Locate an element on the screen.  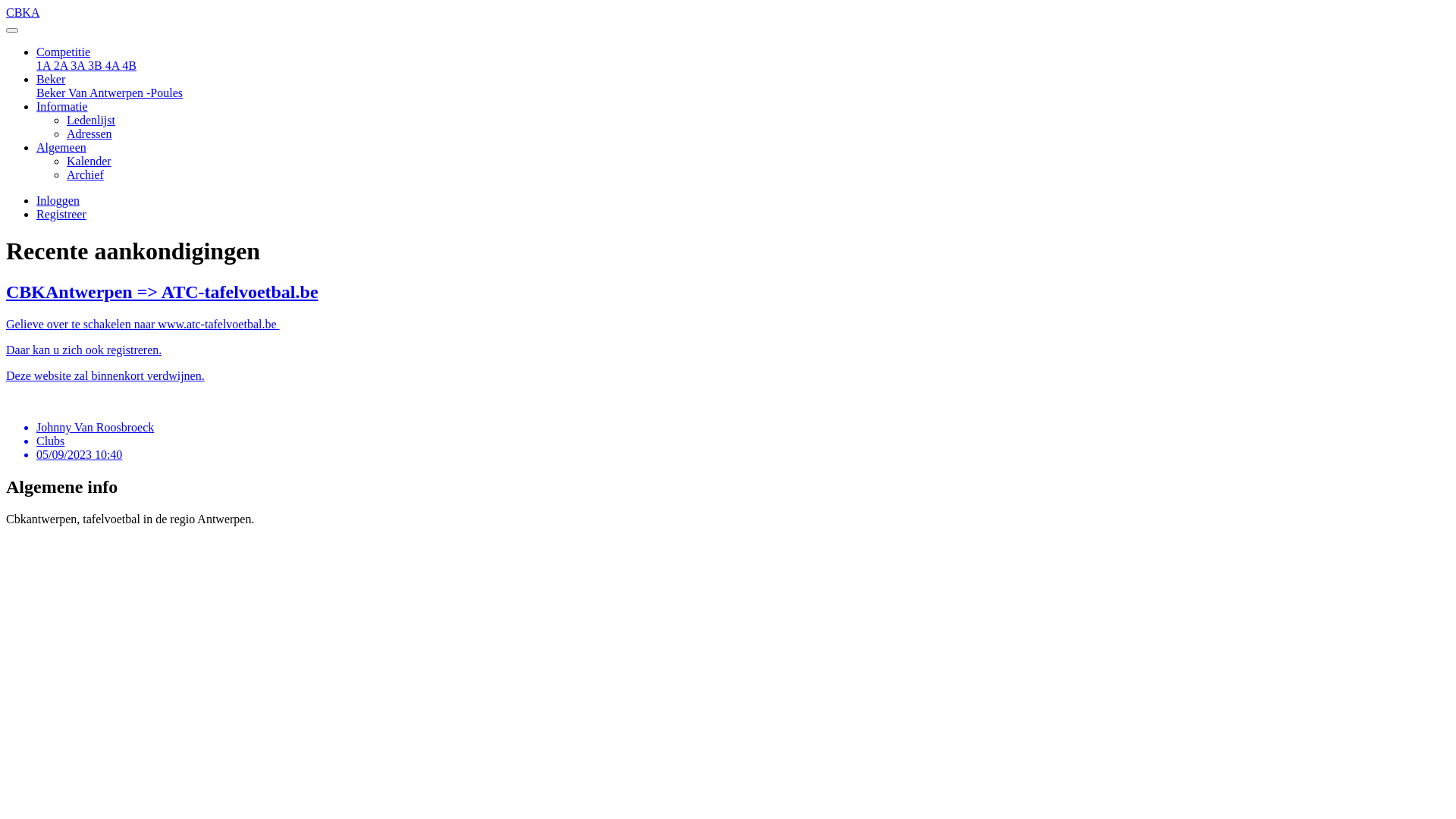
'1A' is located at coordinates (36, 64).